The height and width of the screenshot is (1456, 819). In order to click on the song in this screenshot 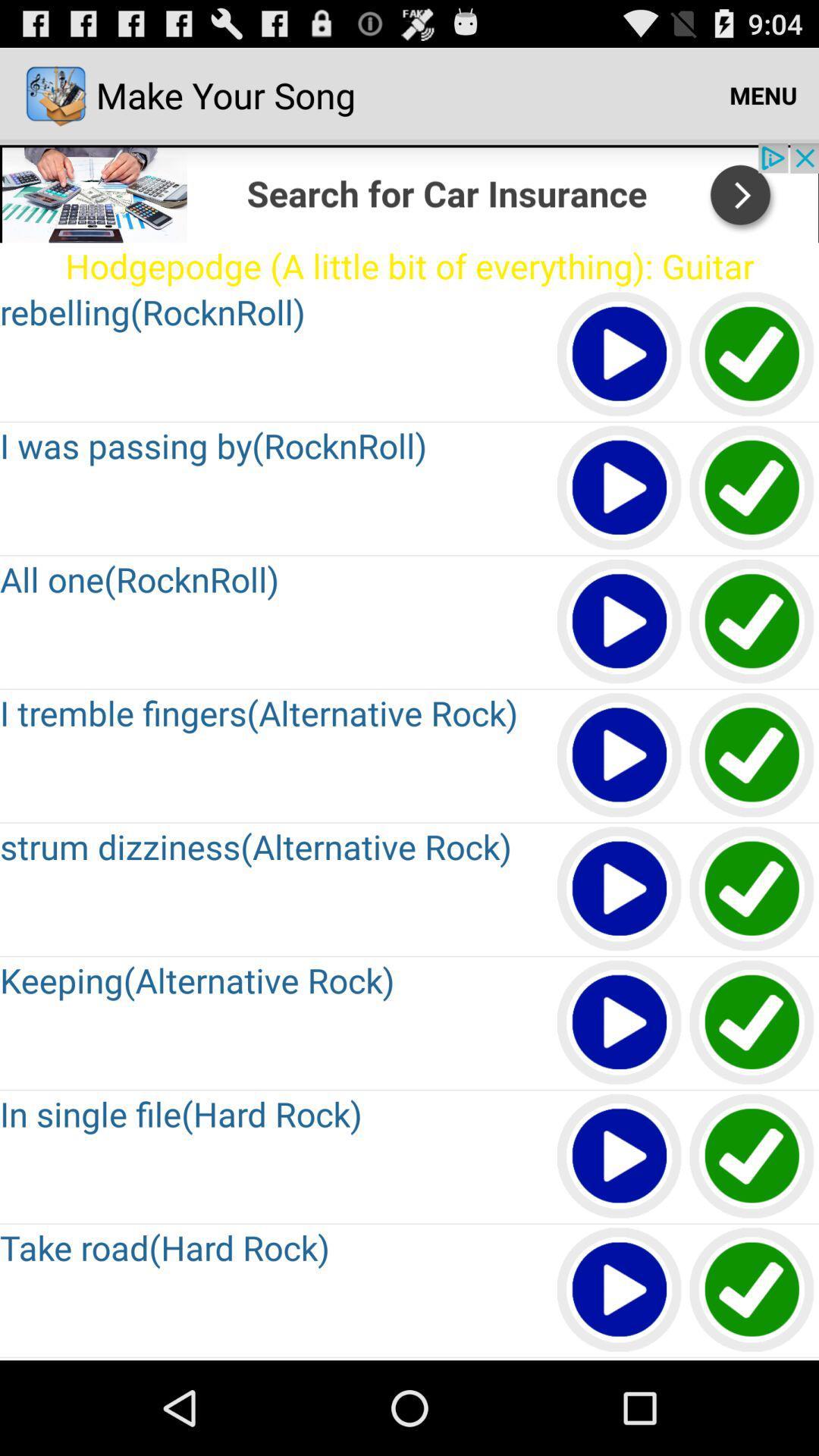, I will do `click(620, 1023)`.